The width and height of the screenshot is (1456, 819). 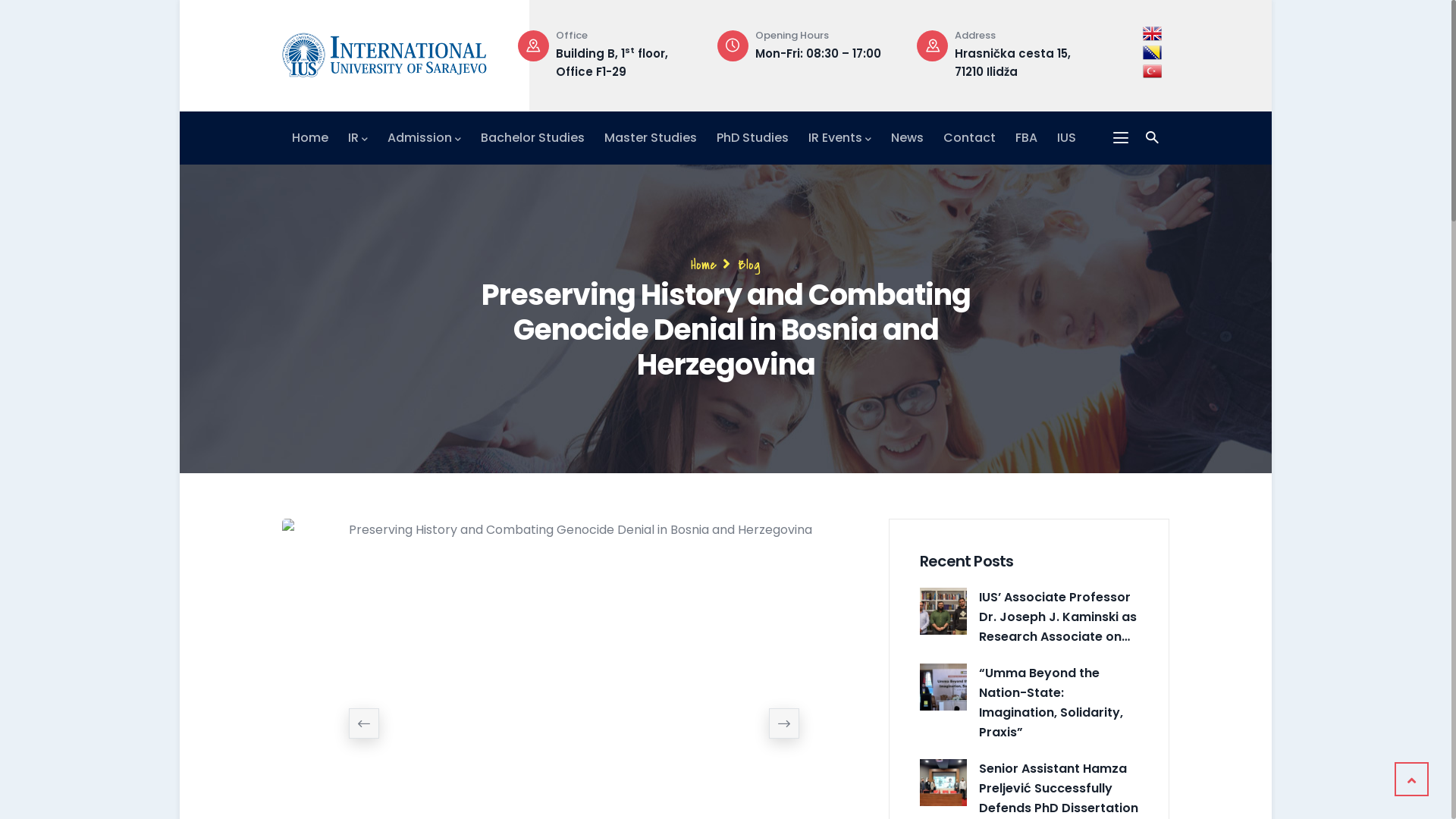 What do you see at coordinates (424, 137) in the screenshot?
I see `'Admission'` at bounding box center [424, 137].